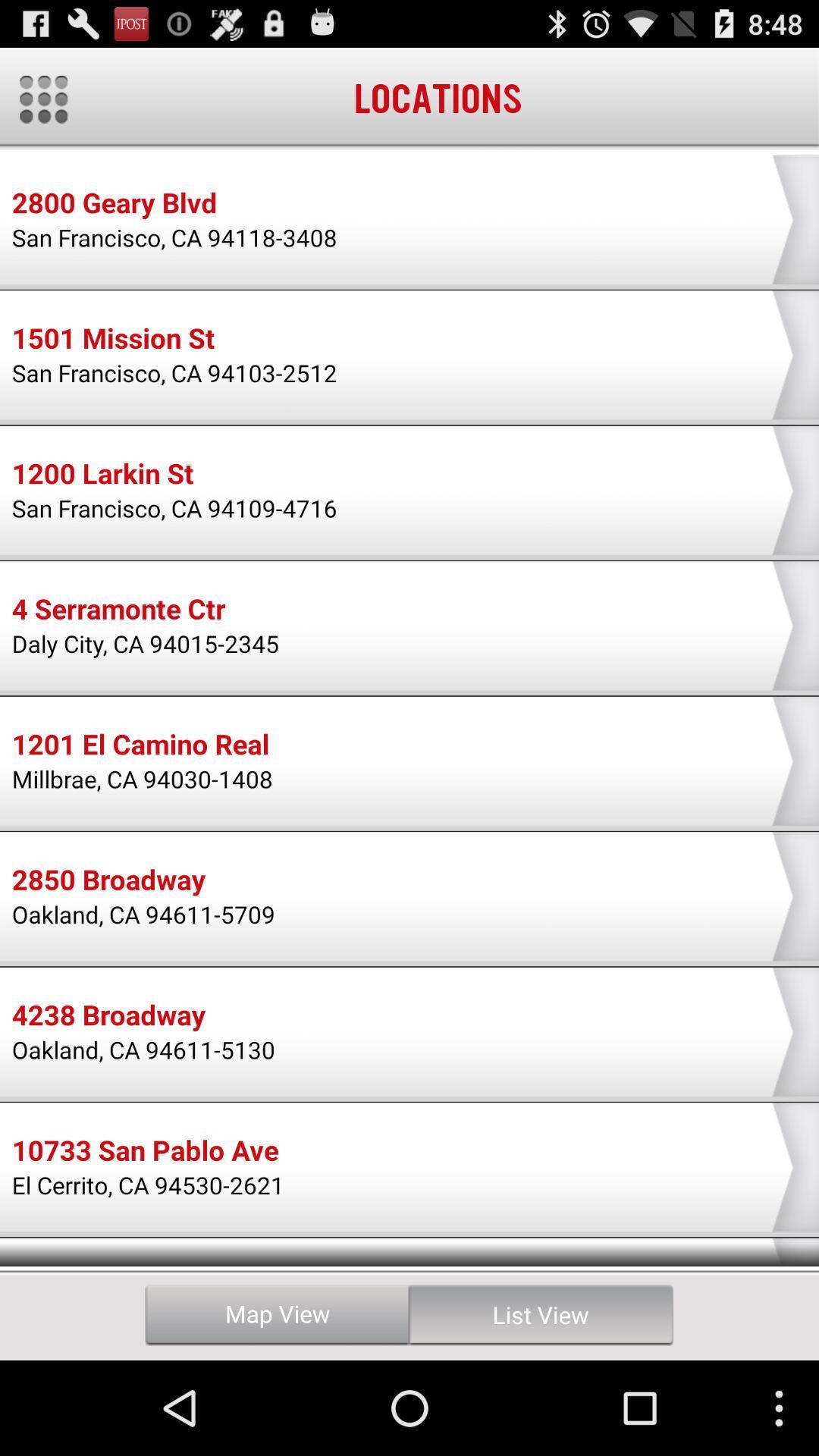  What do you see at coordinates (42, 99) in the screenshot?
I see `main menu` at bounding box center [42, 99].